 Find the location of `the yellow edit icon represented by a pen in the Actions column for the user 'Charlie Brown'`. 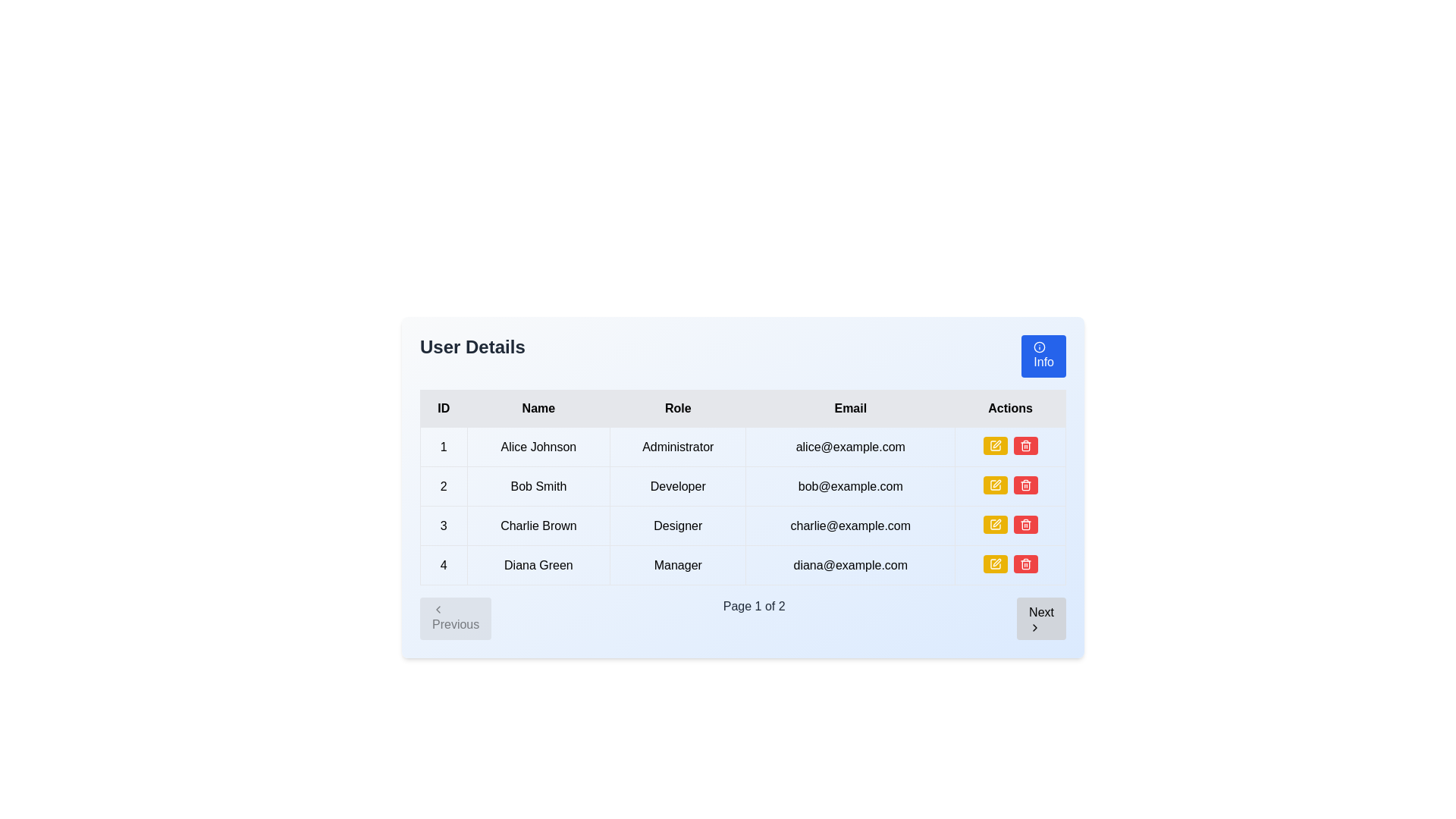

the yellow edit icon represented by a pen in the Actions column for the user 'Charlie Brown' is located at coordinates (996, 483).